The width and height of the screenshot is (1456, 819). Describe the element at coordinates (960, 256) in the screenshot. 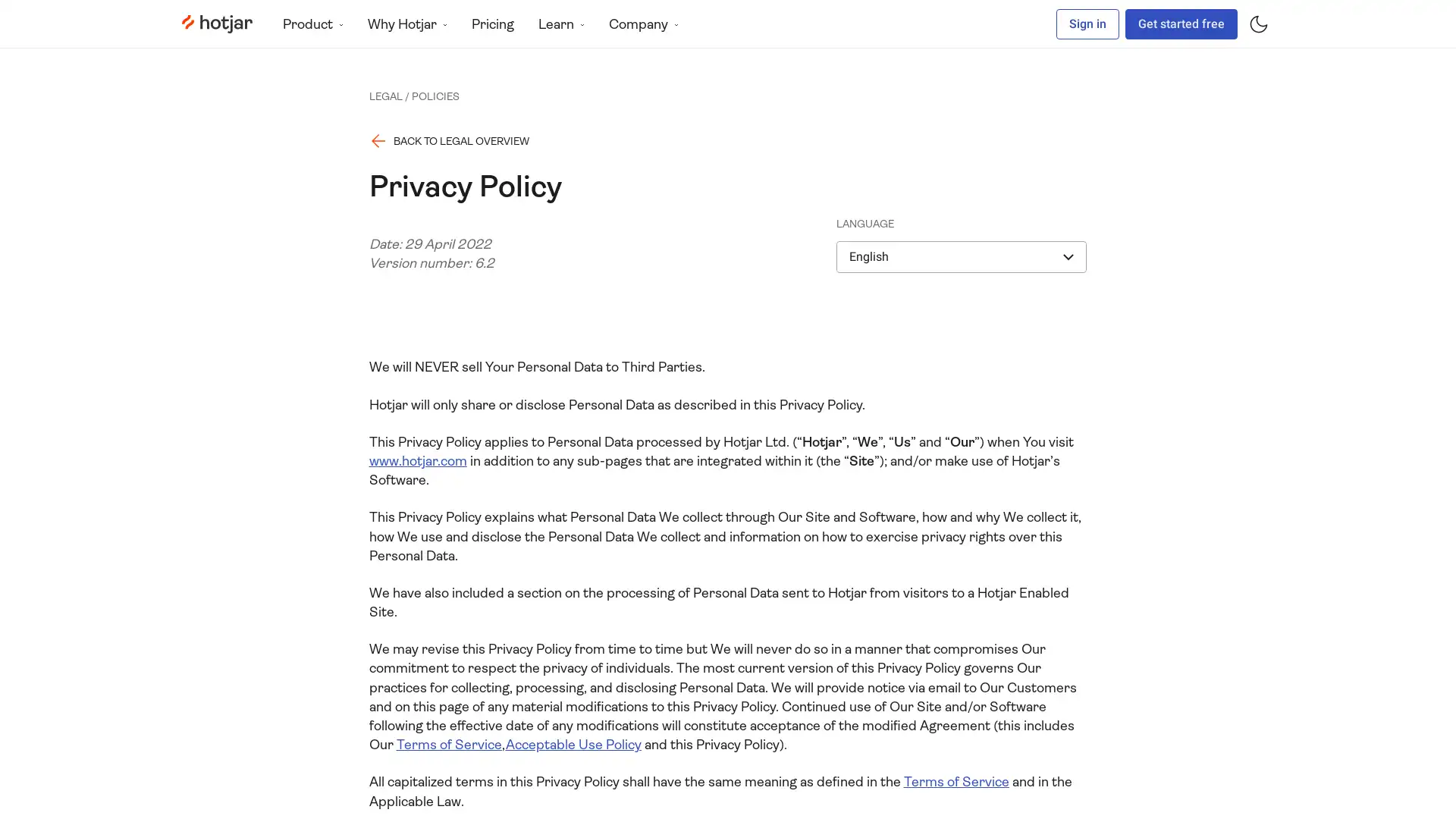

I see `English` at that location.